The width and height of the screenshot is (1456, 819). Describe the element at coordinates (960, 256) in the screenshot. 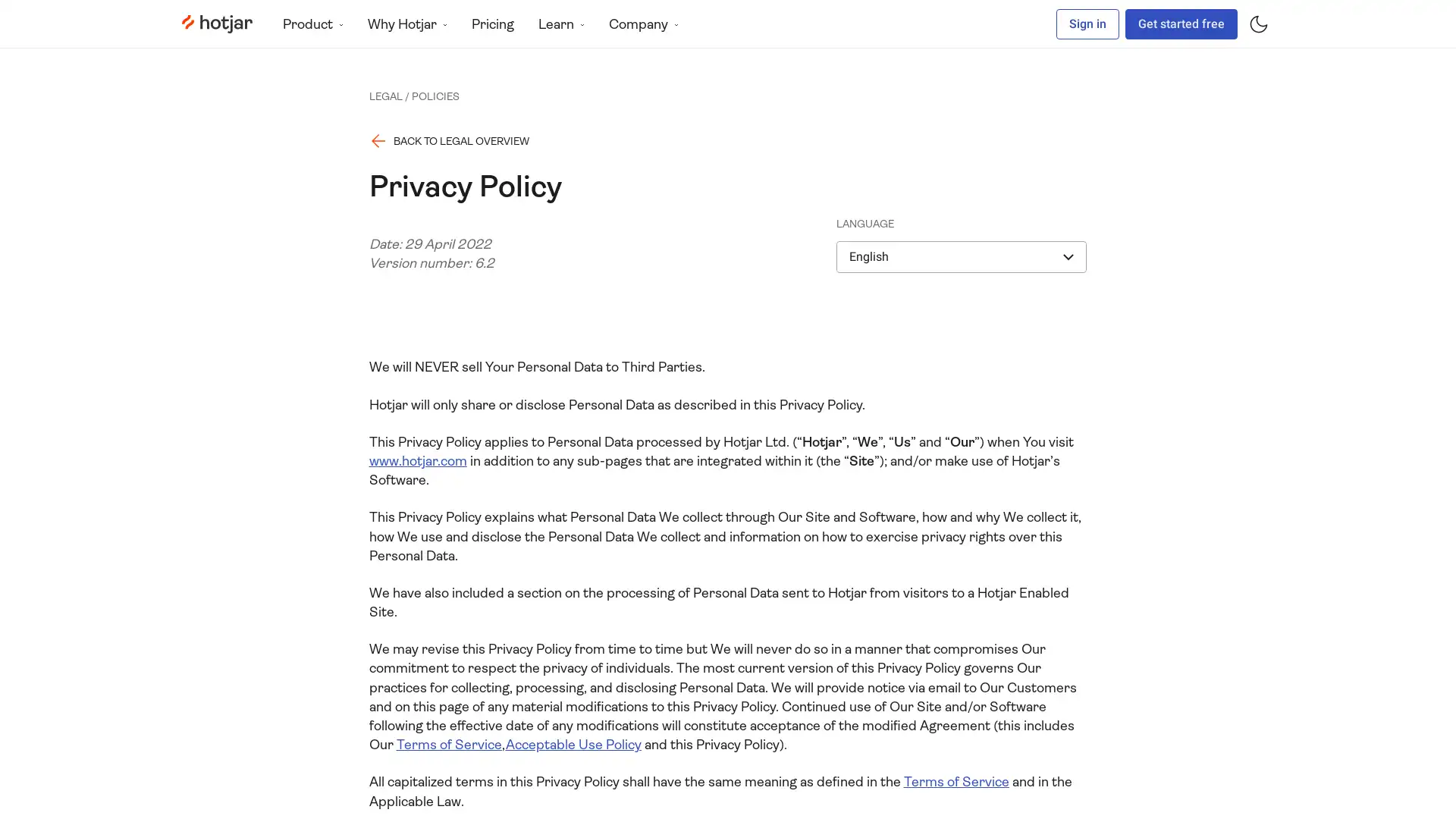

I see `English` at that location.